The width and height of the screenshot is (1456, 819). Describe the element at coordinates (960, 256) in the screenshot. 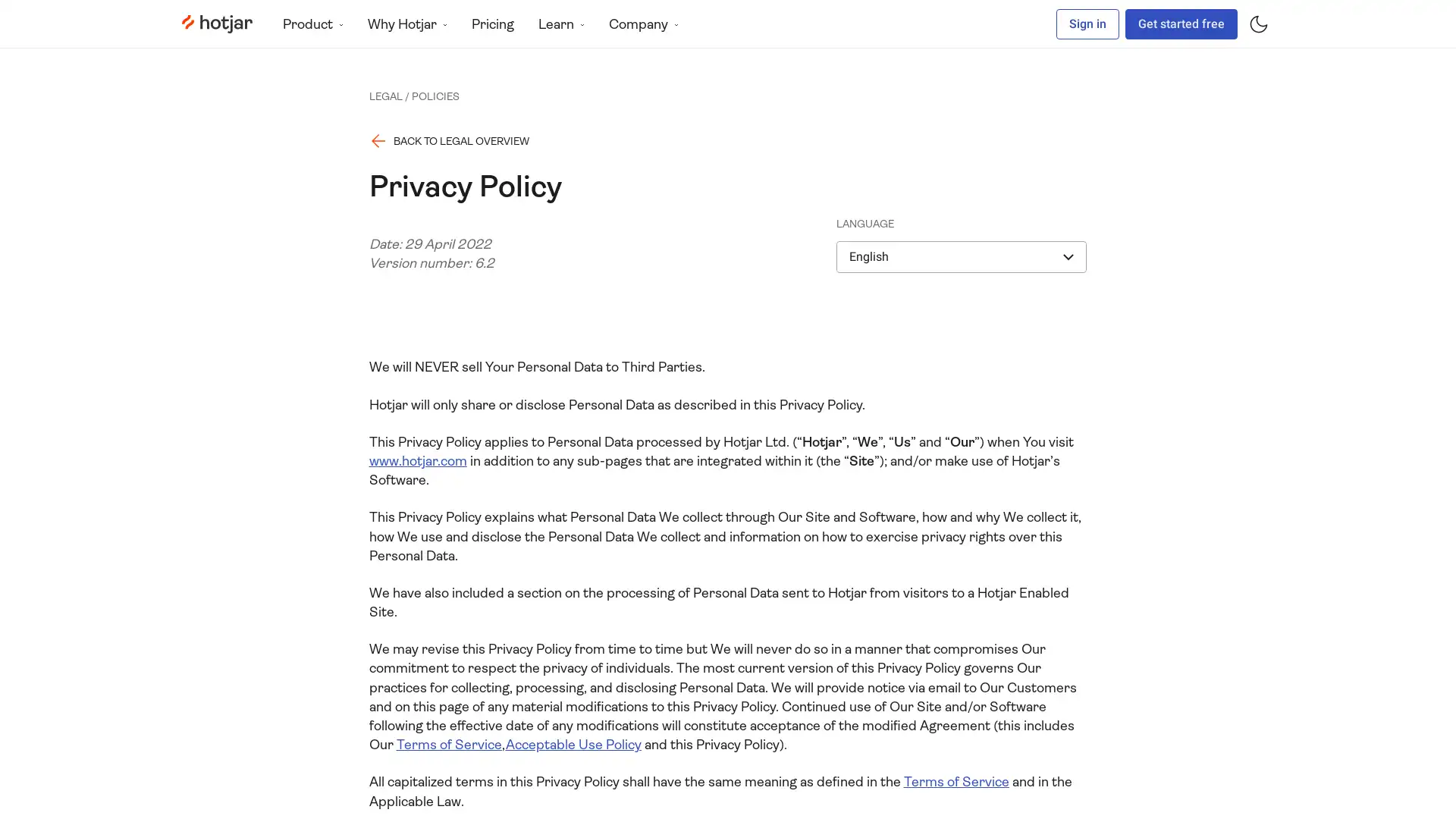

I see `English` at that location.